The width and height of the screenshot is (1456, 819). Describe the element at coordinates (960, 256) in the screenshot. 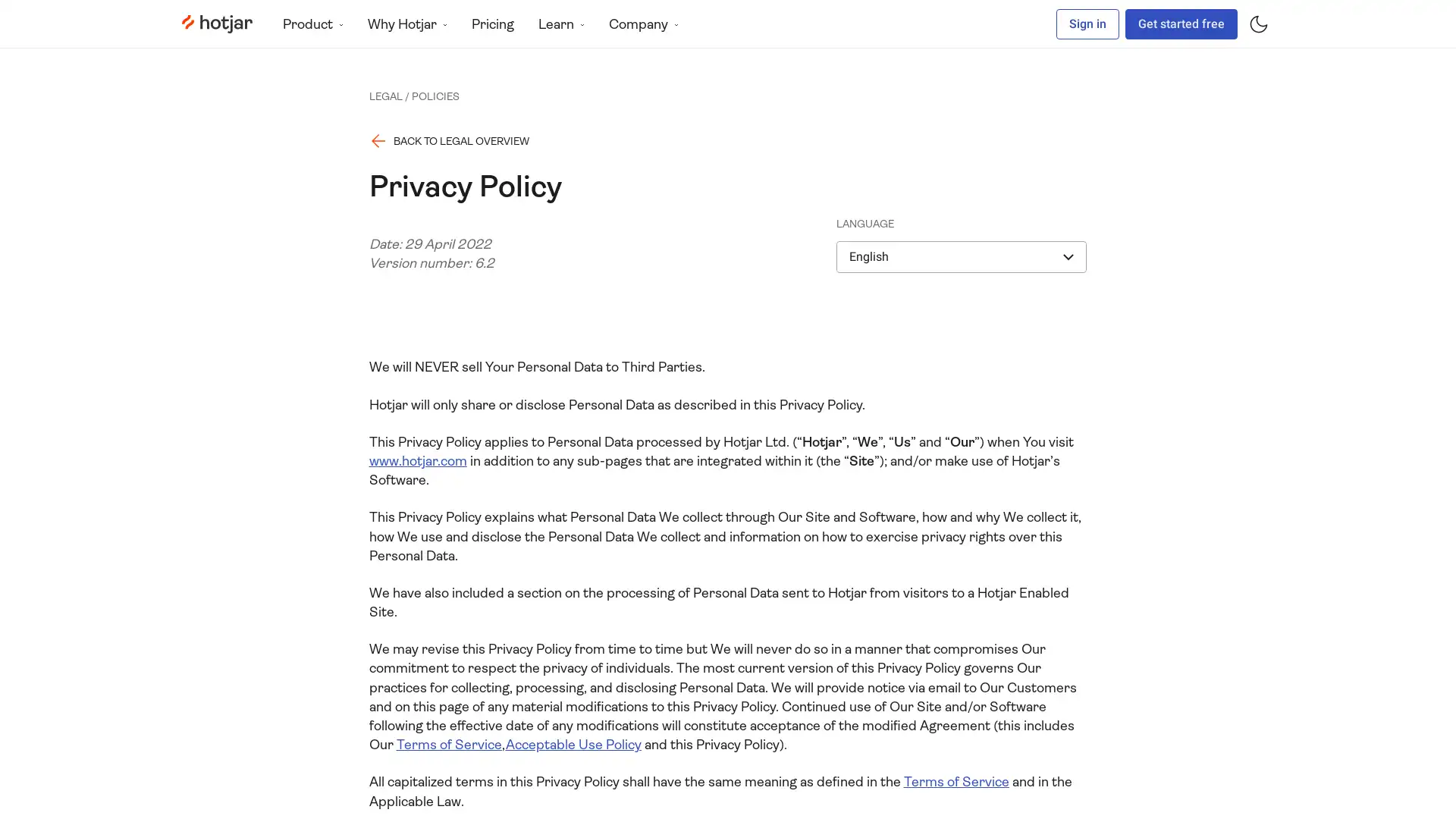

I see `English` at that location.